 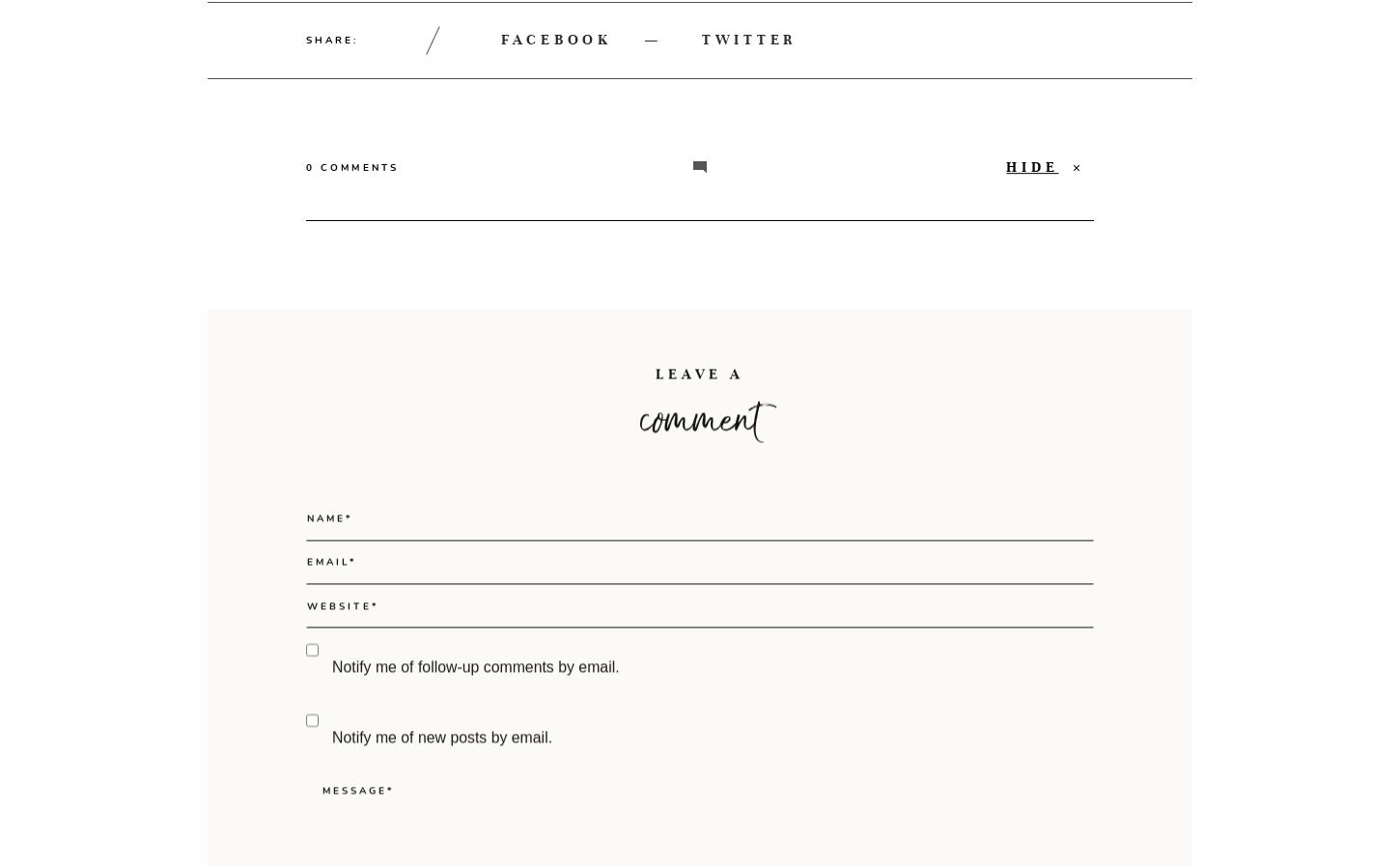 What do you see at coordinates (440, 818) in the screenshot?
I see `'Notify me of new posts by email.'` at bounding box center [440, 818].